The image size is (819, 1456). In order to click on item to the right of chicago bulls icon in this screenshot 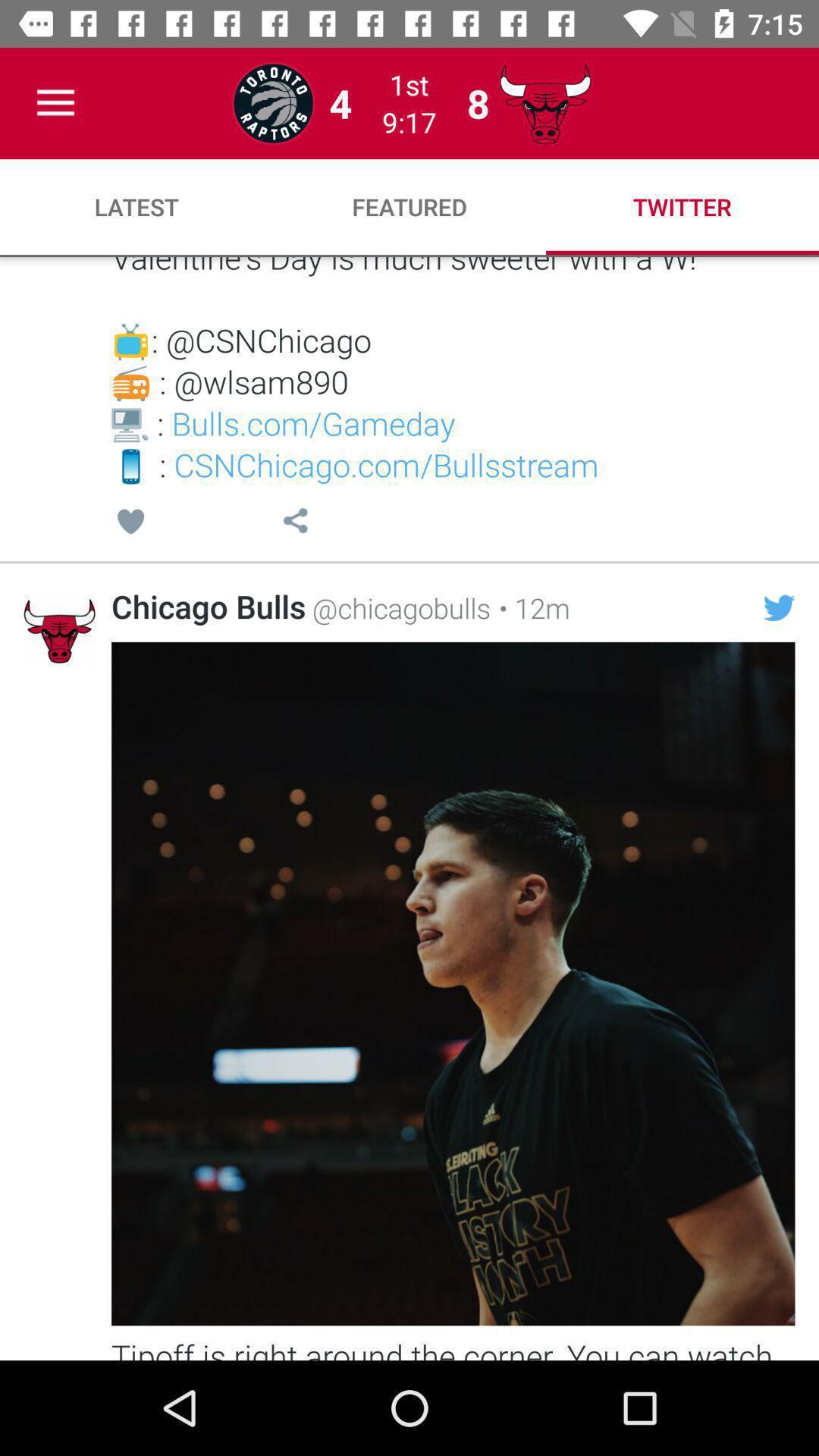, I will do `click(397, 607)`.